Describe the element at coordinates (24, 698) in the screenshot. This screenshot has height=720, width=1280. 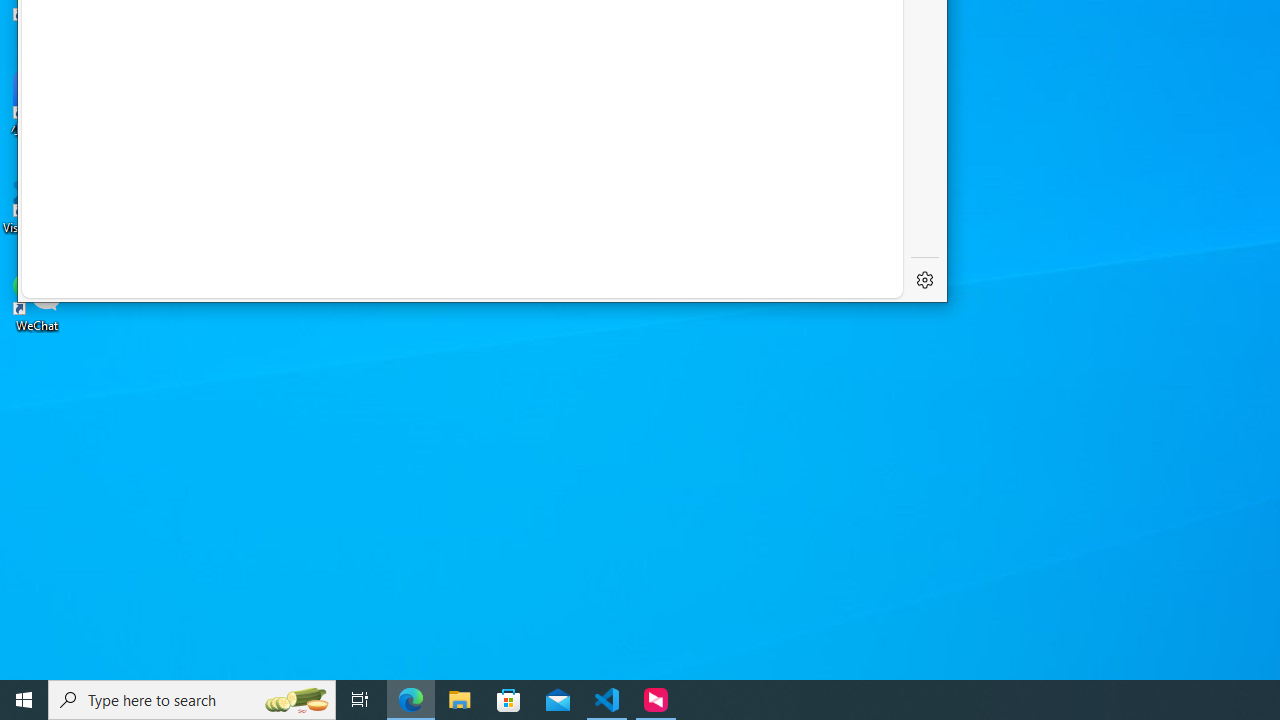
I see `'Start'` at that location.